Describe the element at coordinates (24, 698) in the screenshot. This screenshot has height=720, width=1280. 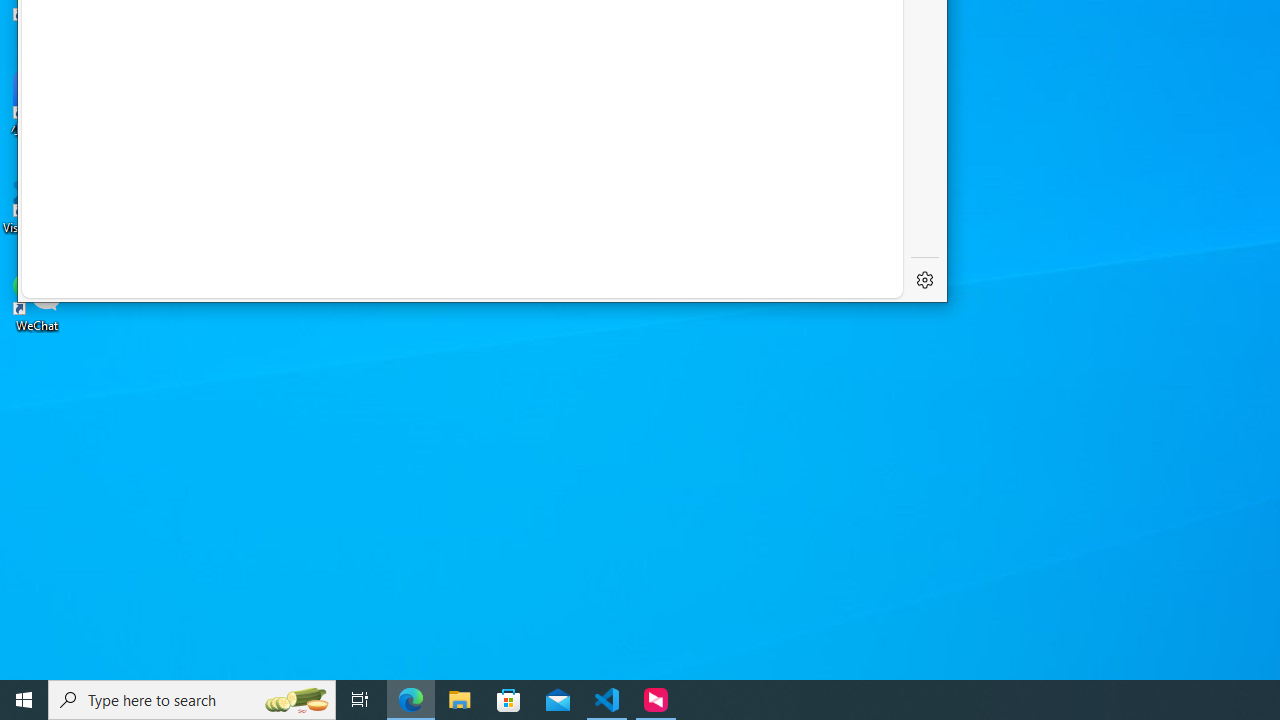
I see `'Start'` at that location.